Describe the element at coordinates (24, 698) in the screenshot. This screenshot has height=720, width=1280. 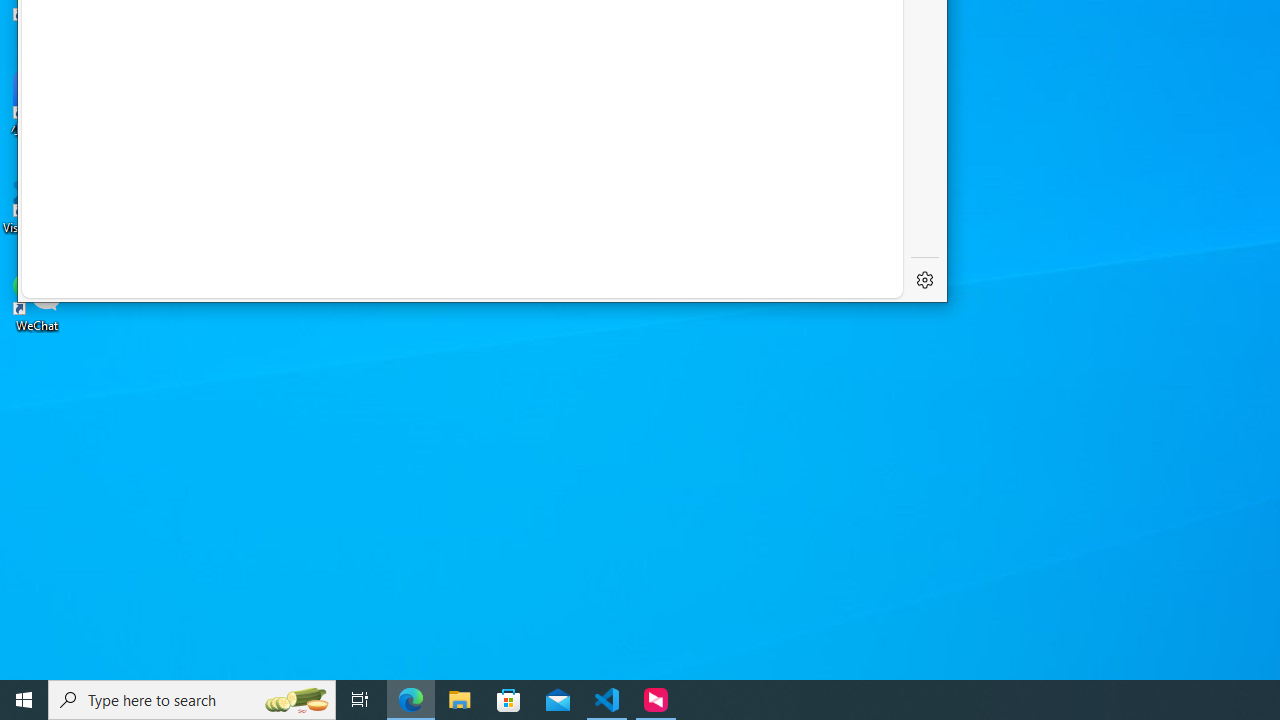
I see `'Start'` at that location.